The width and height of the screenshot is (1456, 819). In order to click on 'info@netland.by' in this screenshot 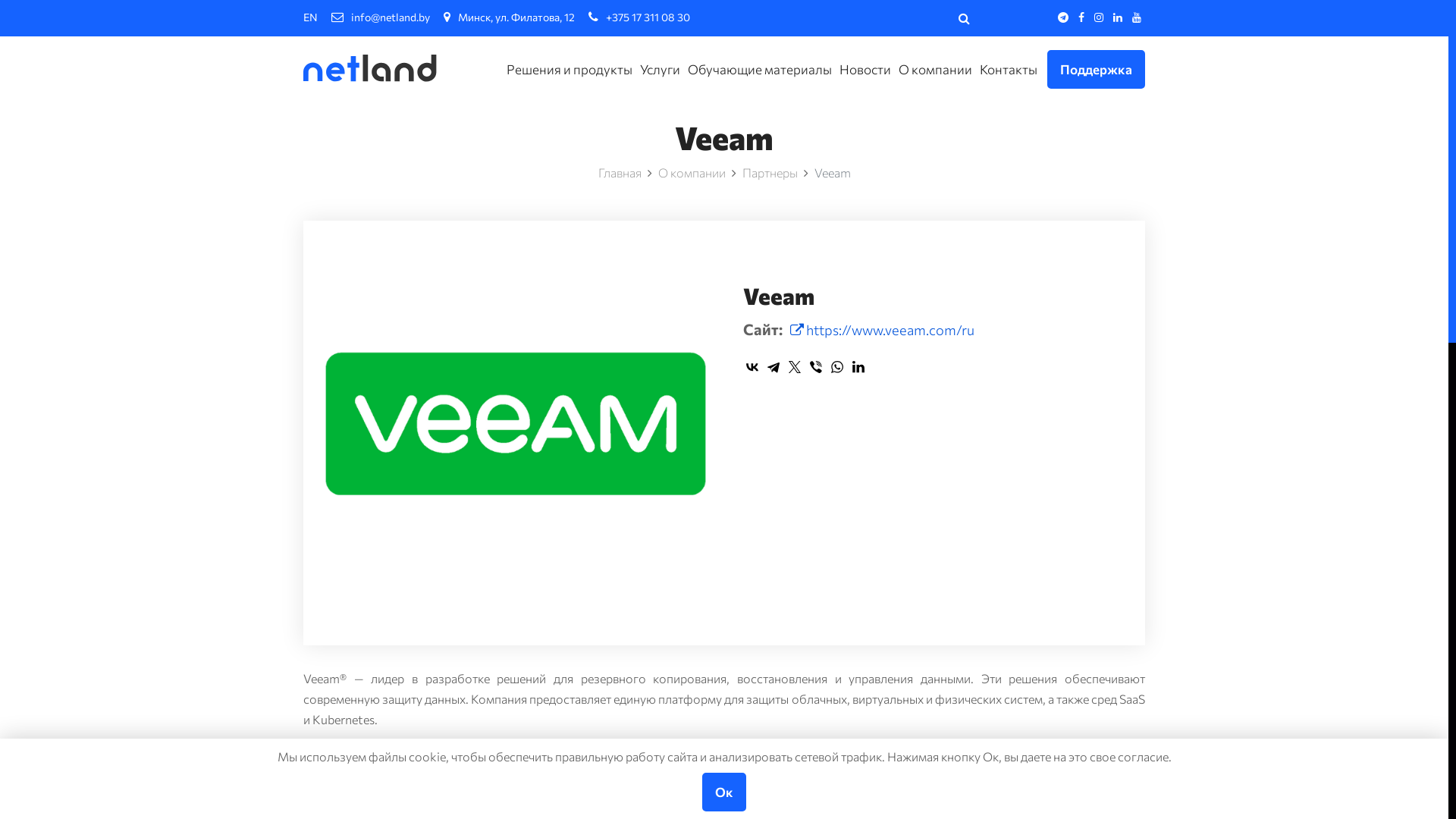, I will do `click(330, 17)`.